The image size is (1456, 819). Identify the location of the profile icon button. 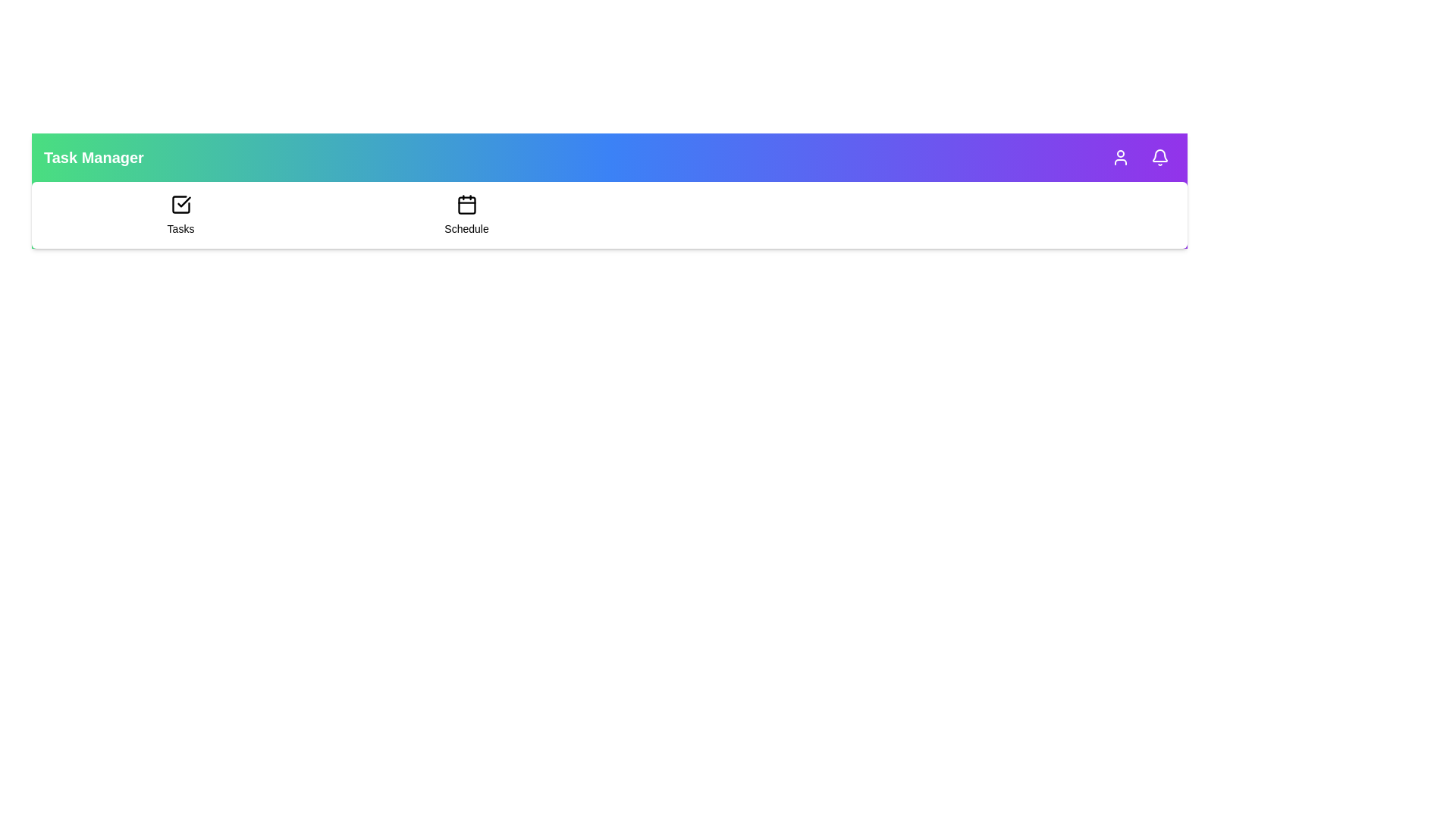
(1121, 158).